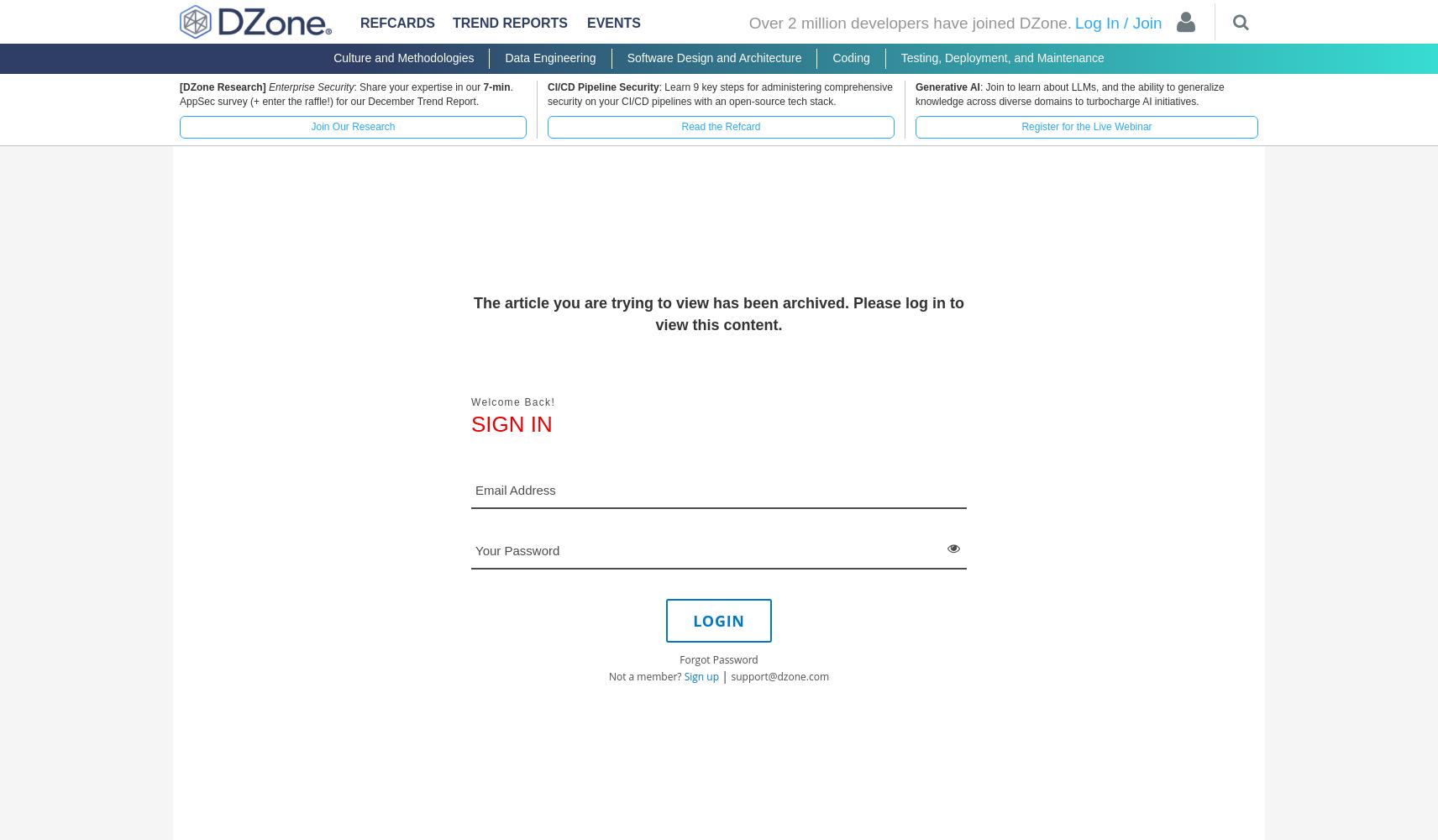  What do you see at coordinates (720, 127) in the screenshot?
I see `'Read the Refcard'` at bounding box center [720, 127].